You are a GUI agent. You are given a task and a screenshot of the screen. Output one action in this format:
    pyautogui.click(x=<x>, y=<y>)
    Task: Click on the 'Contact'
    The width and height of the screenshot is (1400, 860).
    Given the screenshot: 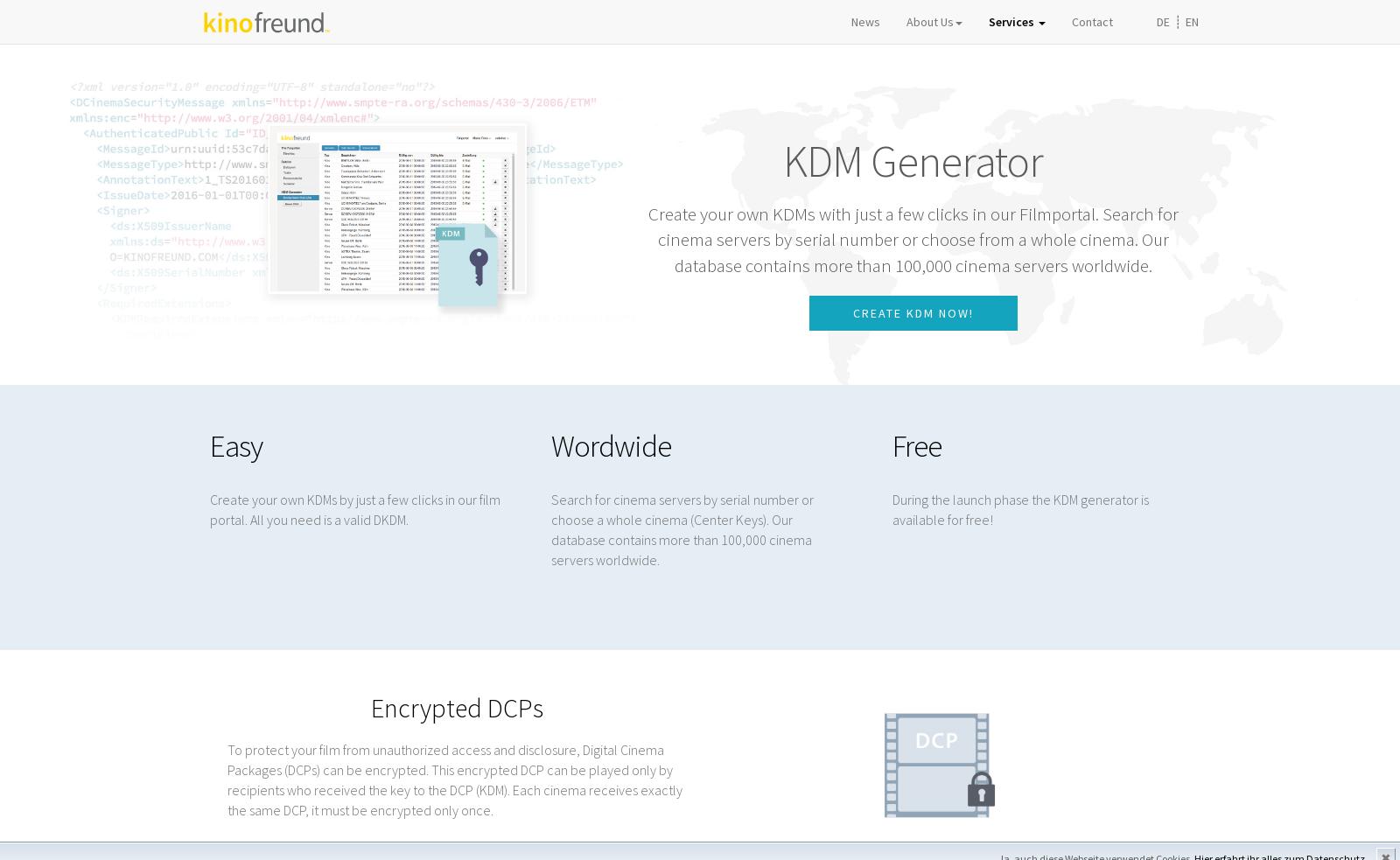 What is the action you would take?
    pyautogui.click(x=1091, y=38)
    